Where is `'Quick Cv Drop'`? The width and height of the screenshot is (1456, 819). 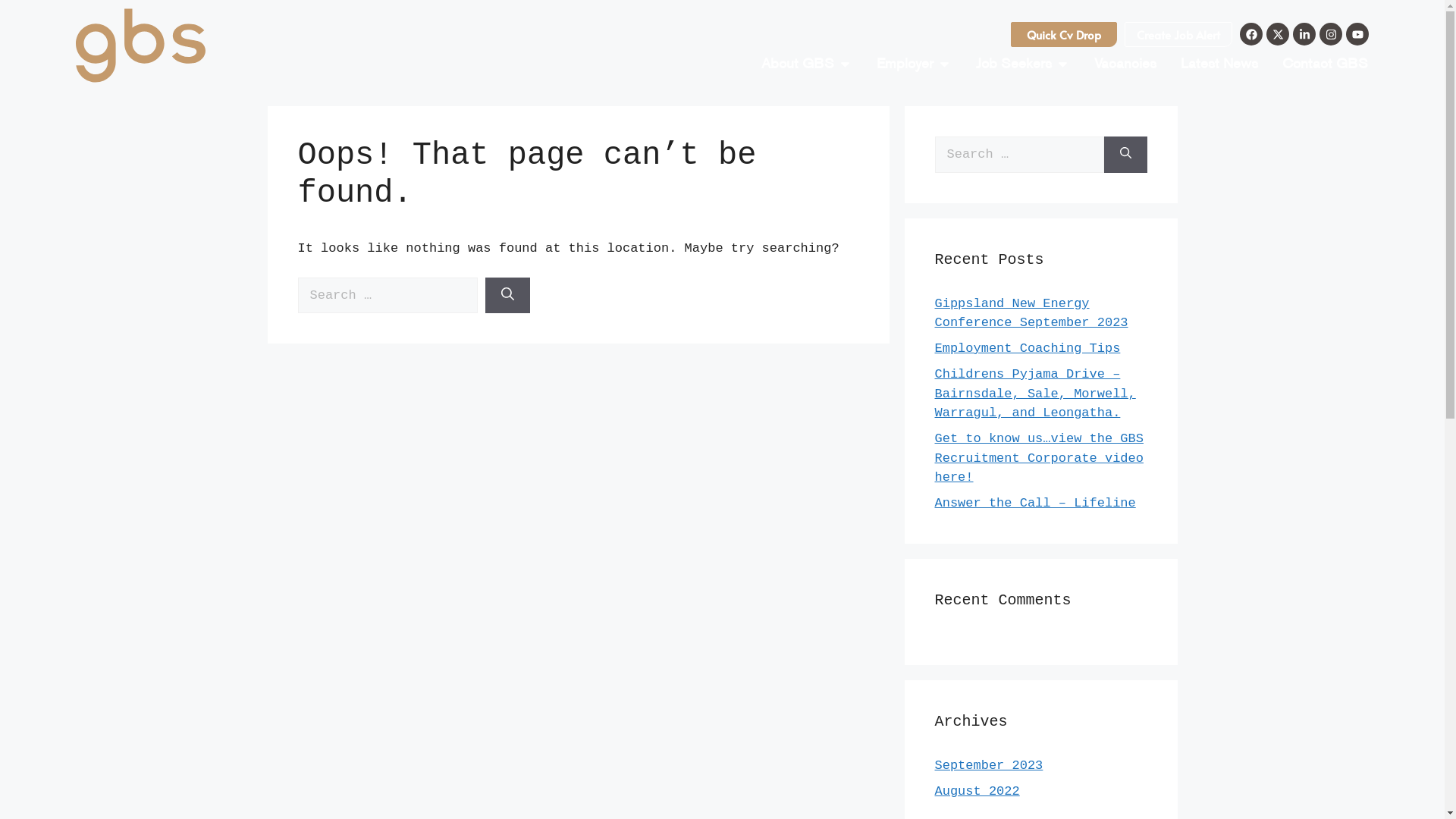
'Quick Cv Drop' is located at coordinates (1062, 34).